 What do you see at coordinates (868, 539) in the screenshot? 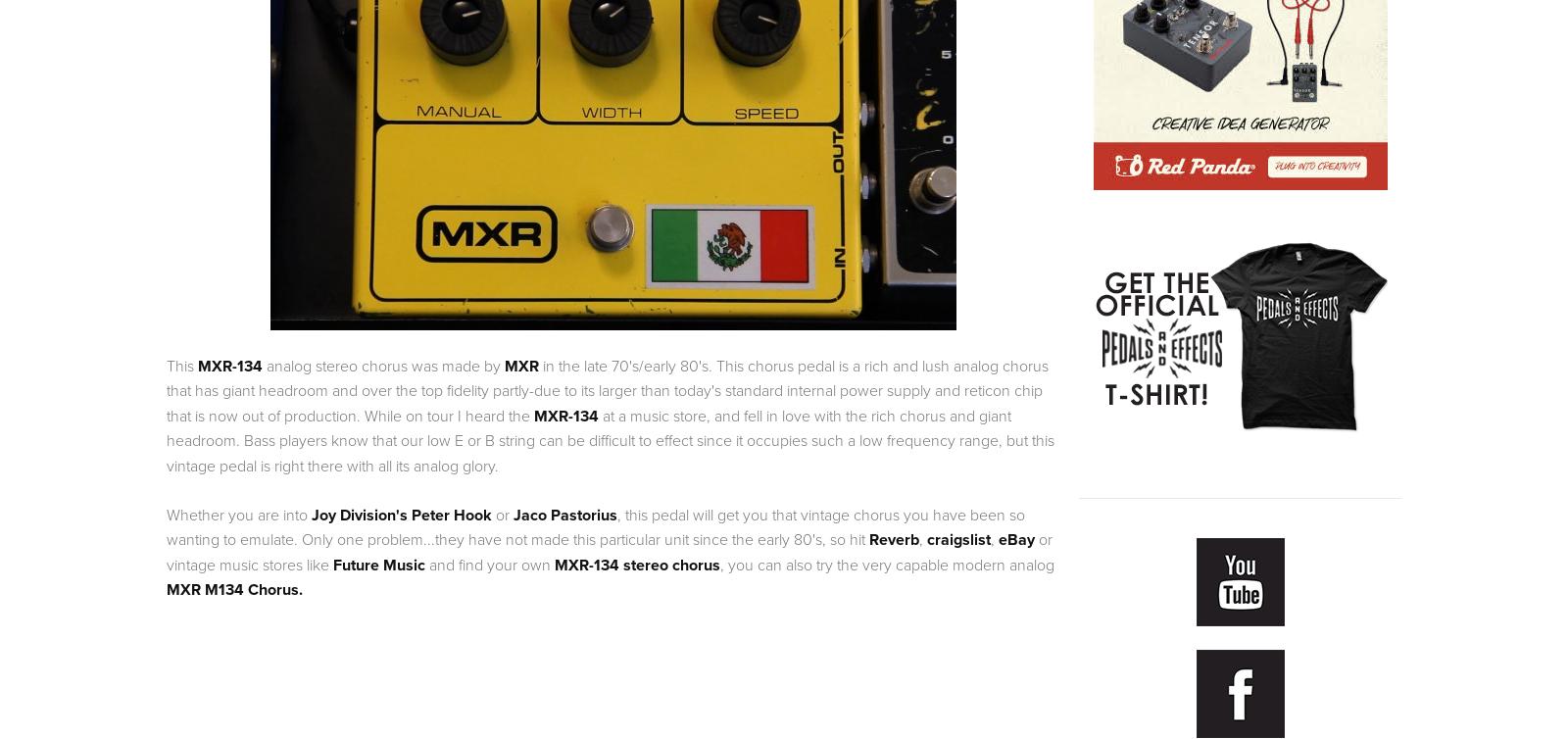
I see `'Reverb'` at bounding box center [868, 539].